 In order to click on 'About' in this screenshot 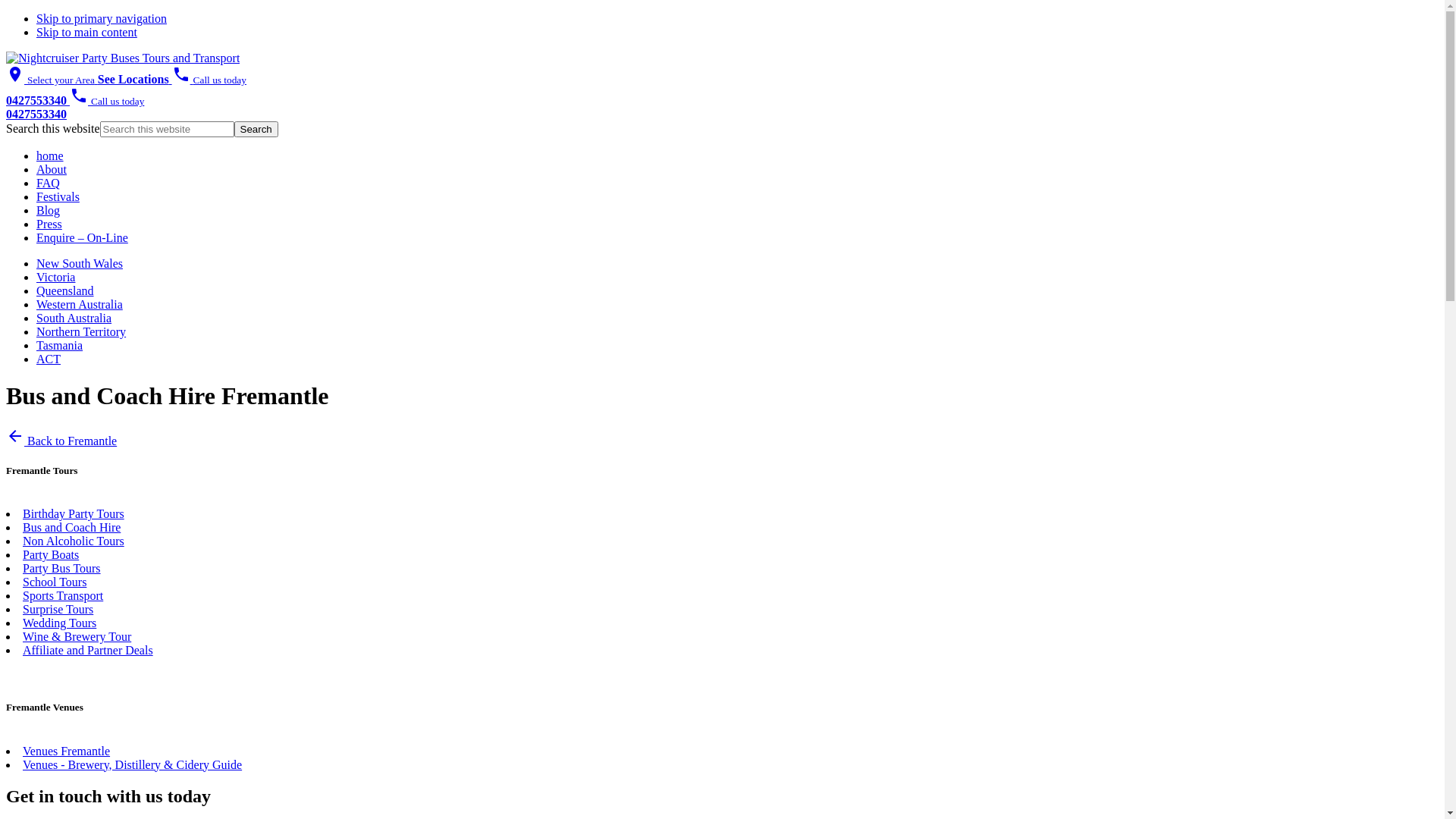, I will do `click(51, 169)`.